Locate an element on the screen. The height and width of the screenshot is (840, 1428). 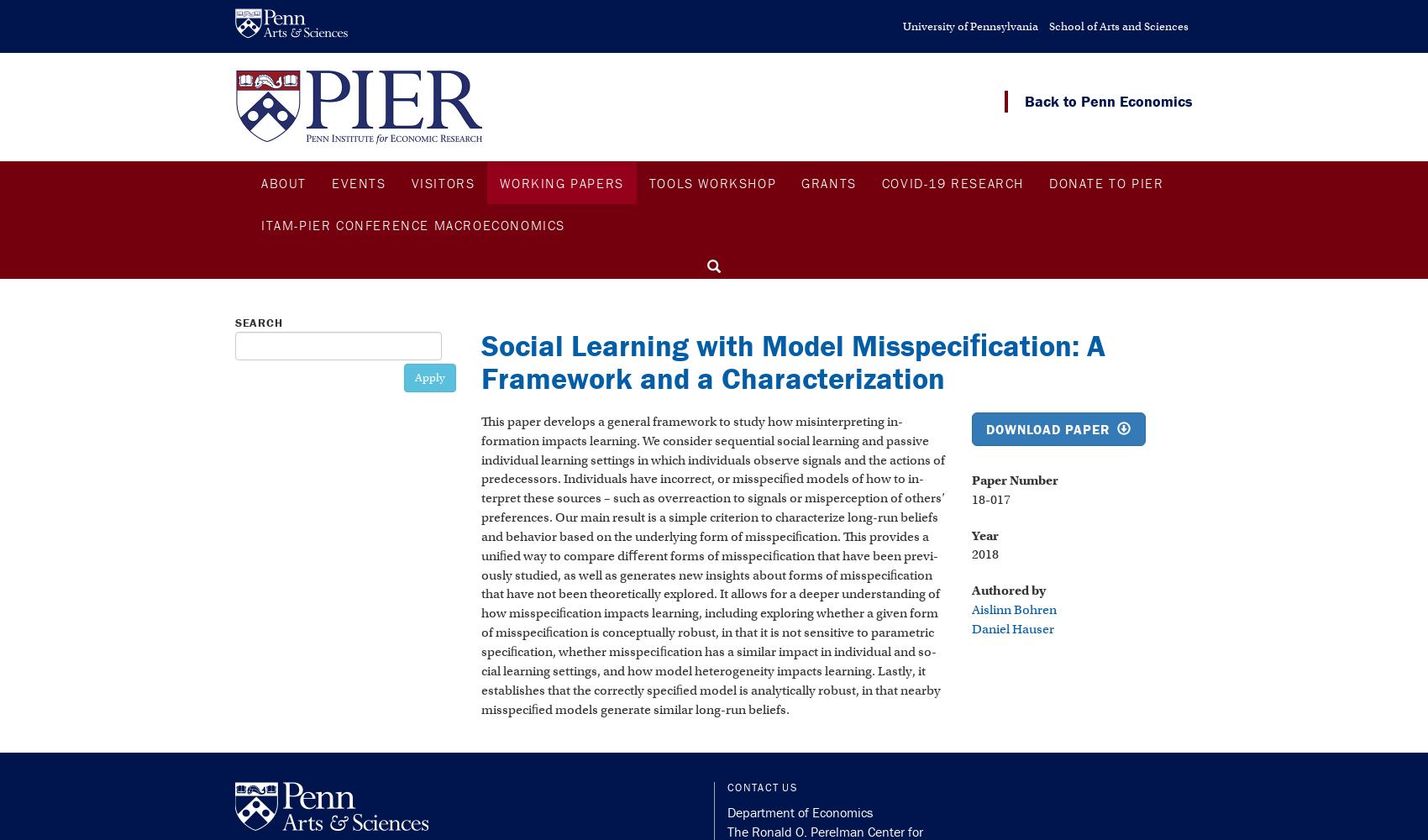
'Search' is located at coordinates (259, 323).